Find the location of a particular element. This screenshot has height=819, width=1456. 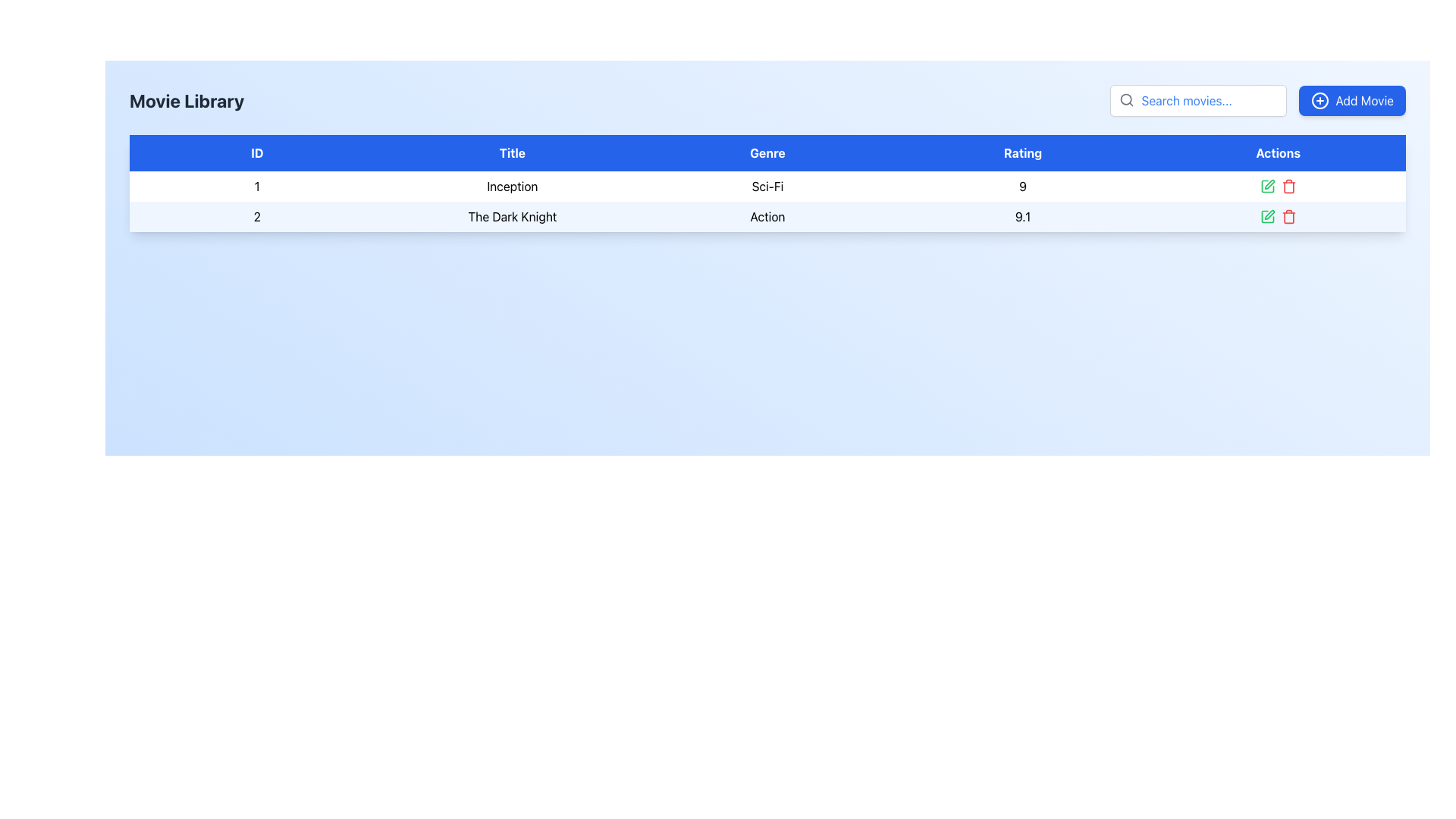

the static text label 'Actions' in the table header, which is styled with white font on a blue background and is the last column header in the row is located at coordinates (1277, 152).